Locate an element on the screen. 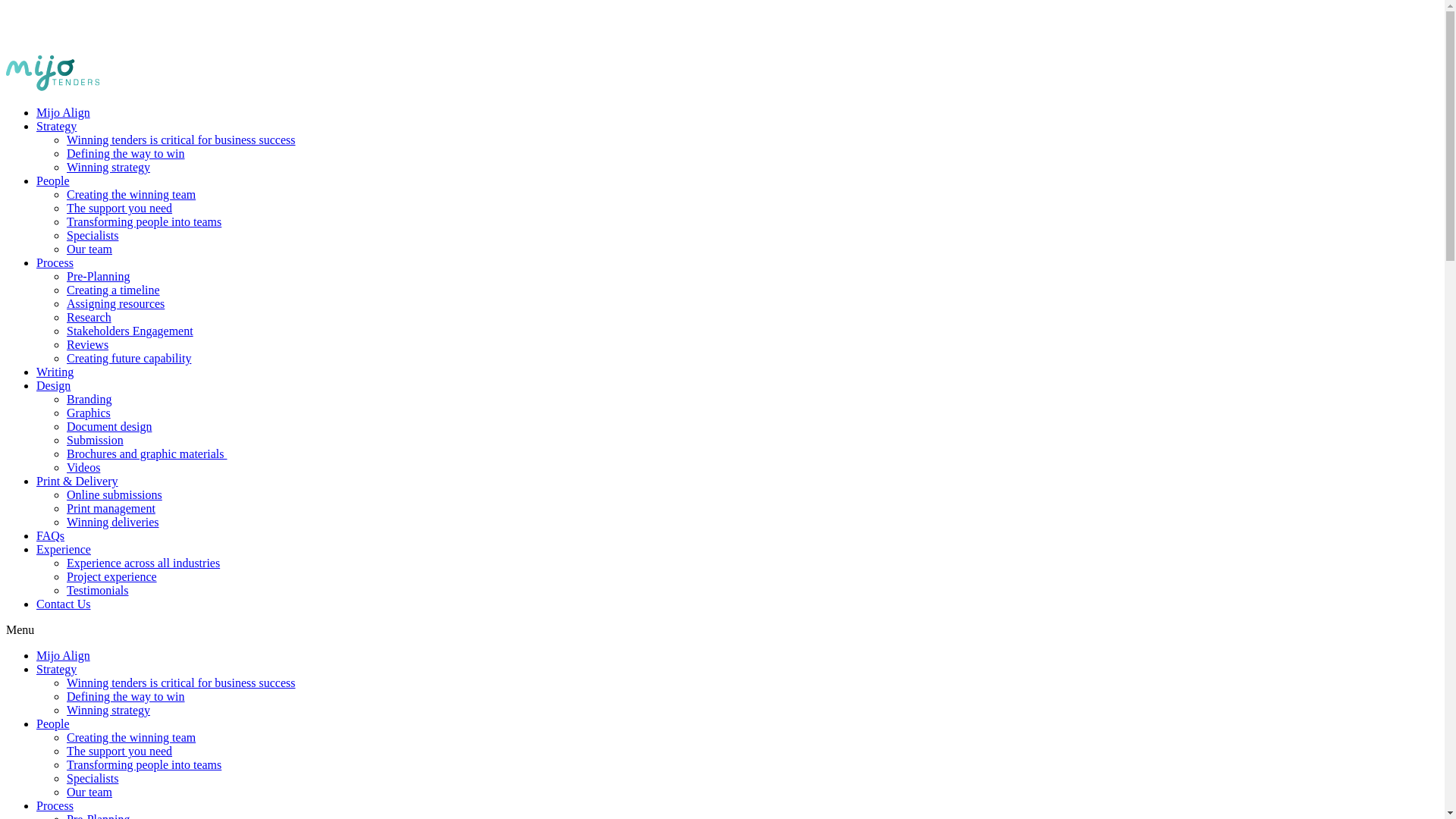 Image resolution: width=1456 pixels, height=819 pixels. 'Strategy' is located at coordinates (56, 668).